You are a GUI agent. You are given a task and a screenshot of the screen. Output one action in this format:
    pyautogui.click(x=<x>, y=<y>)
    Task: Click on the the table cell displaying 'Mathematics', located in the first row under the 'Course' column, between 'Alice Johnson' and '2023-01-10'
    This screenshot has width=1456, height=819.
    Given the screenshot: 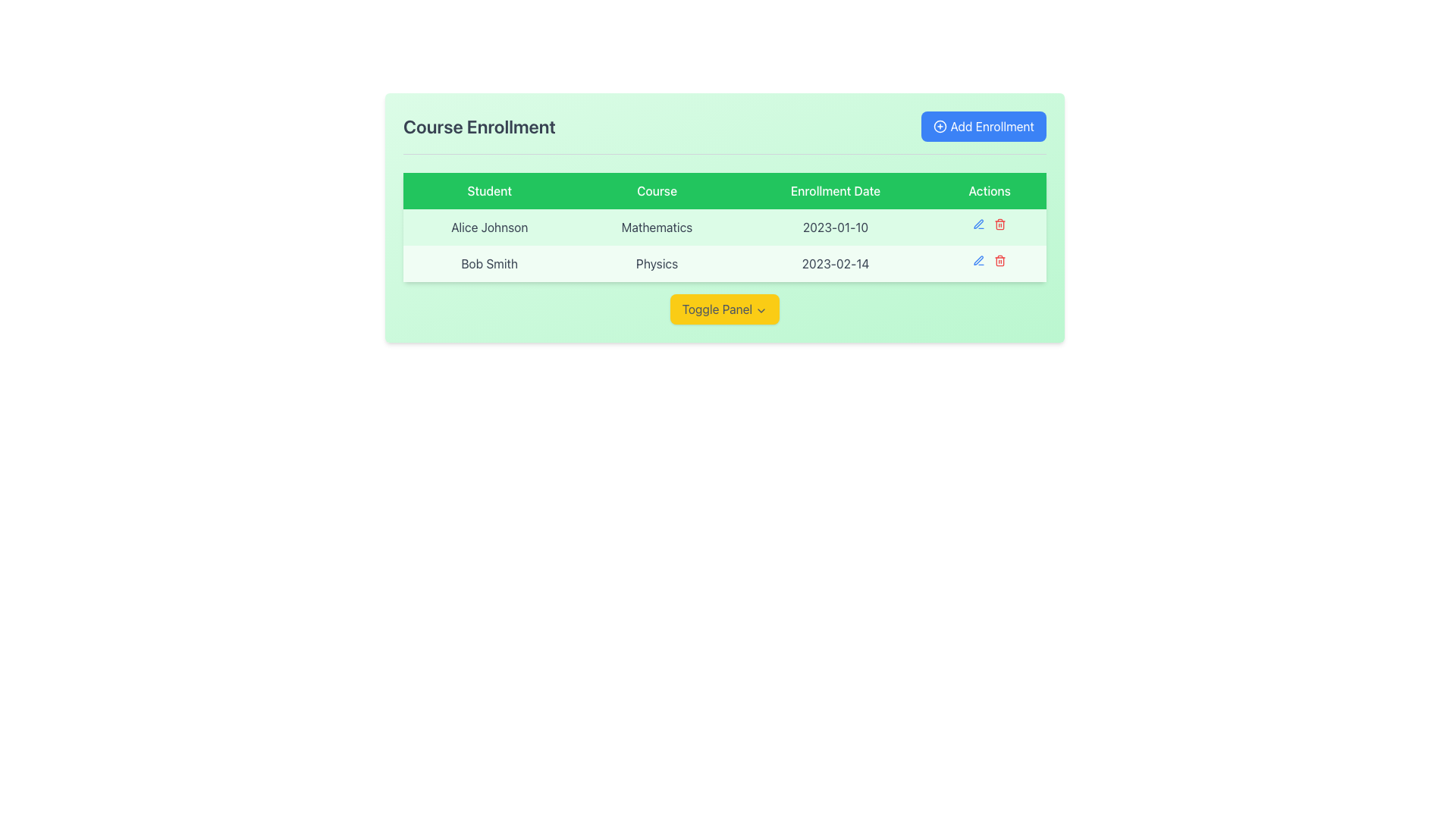 What is the action you would take?
    pyautogui.click(x=723, y=227)
    